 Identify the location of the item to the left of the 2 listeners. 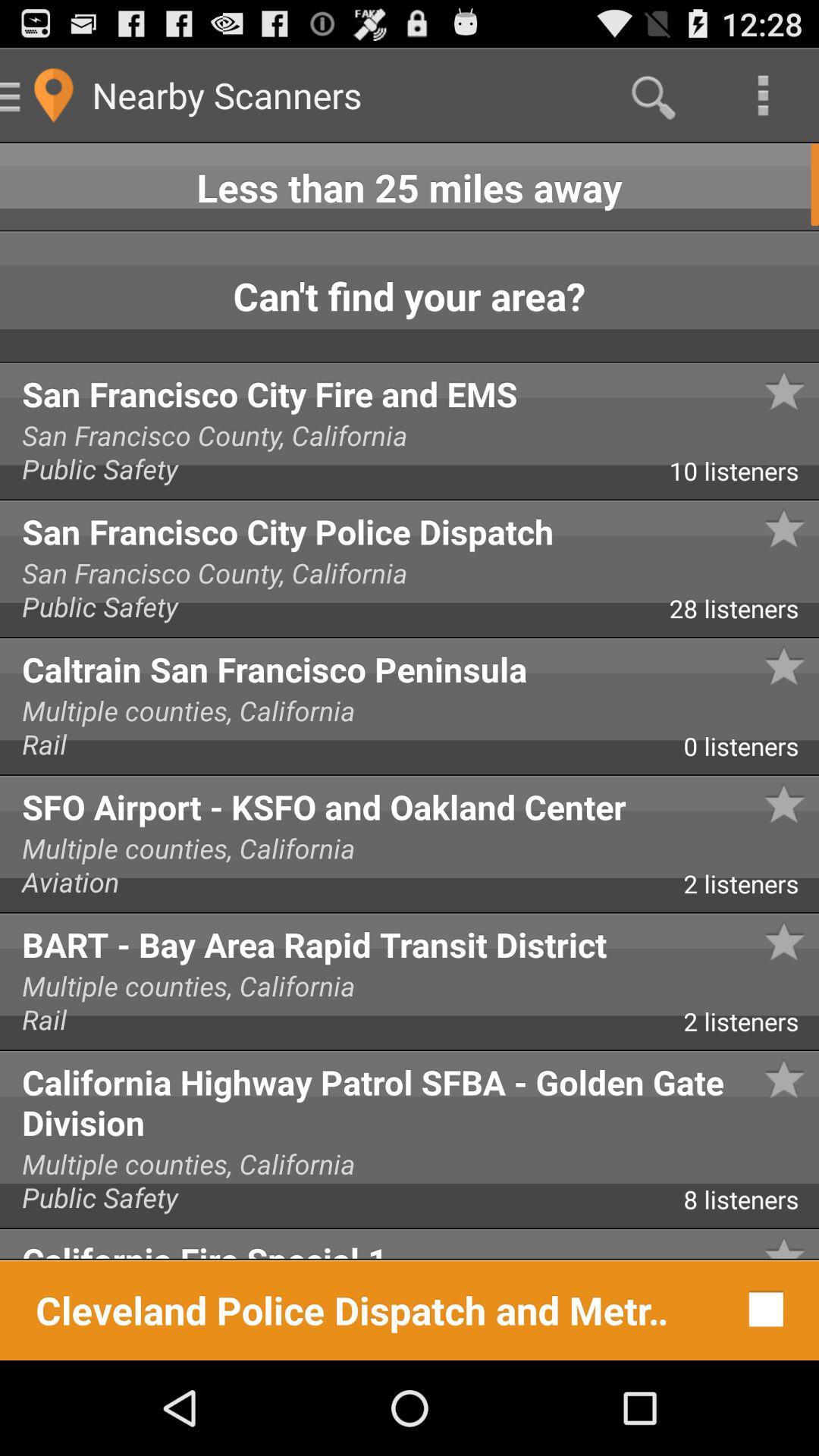
(341, 887).